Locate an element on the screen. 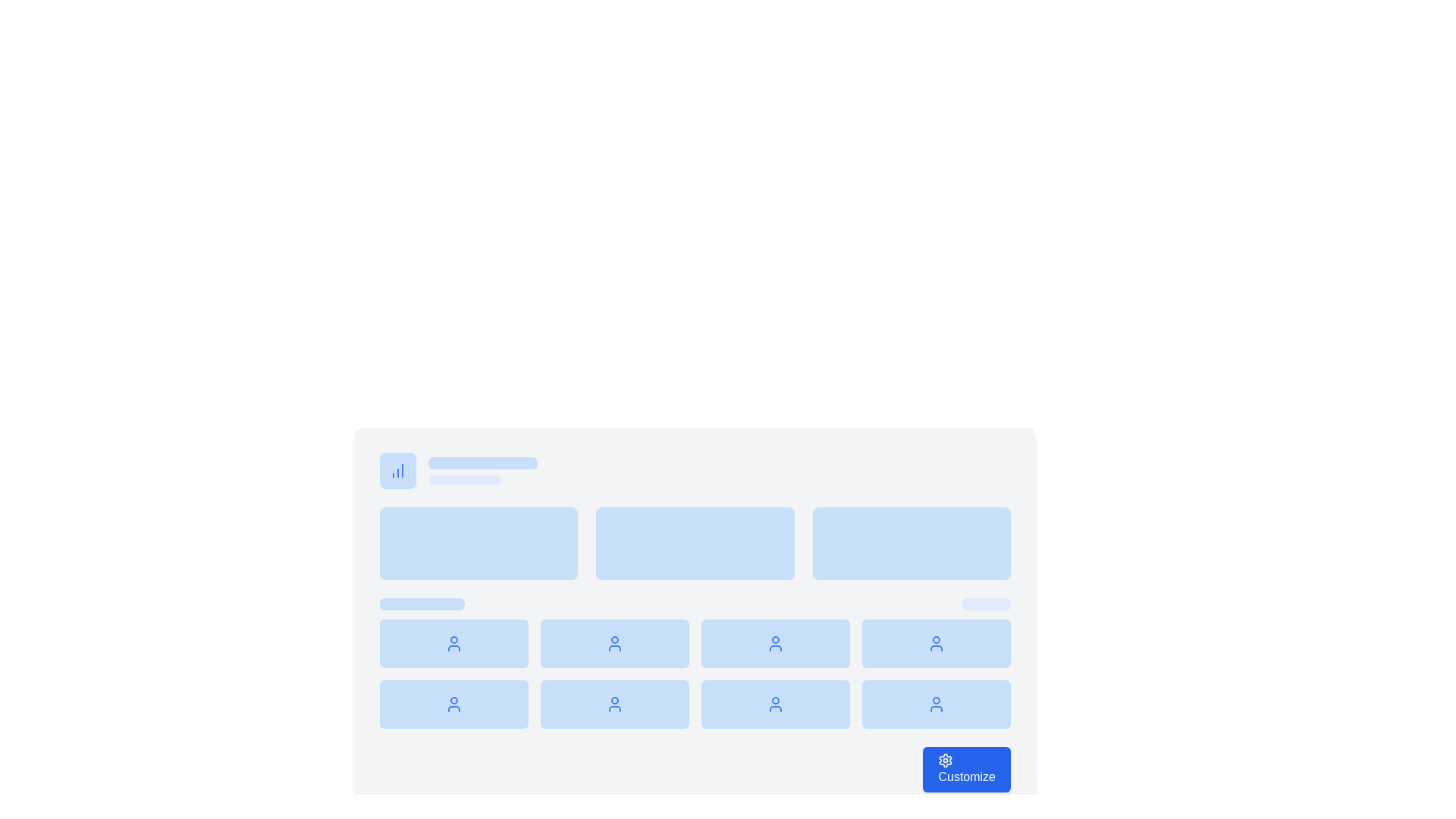 Image resolution: width=1456 pixels, height=819 pixels. the clickable user card or placeholder component, which is the fourth item in the last row of the grid layout above the blue 'Customize' button is located at coordinates (935, 643).